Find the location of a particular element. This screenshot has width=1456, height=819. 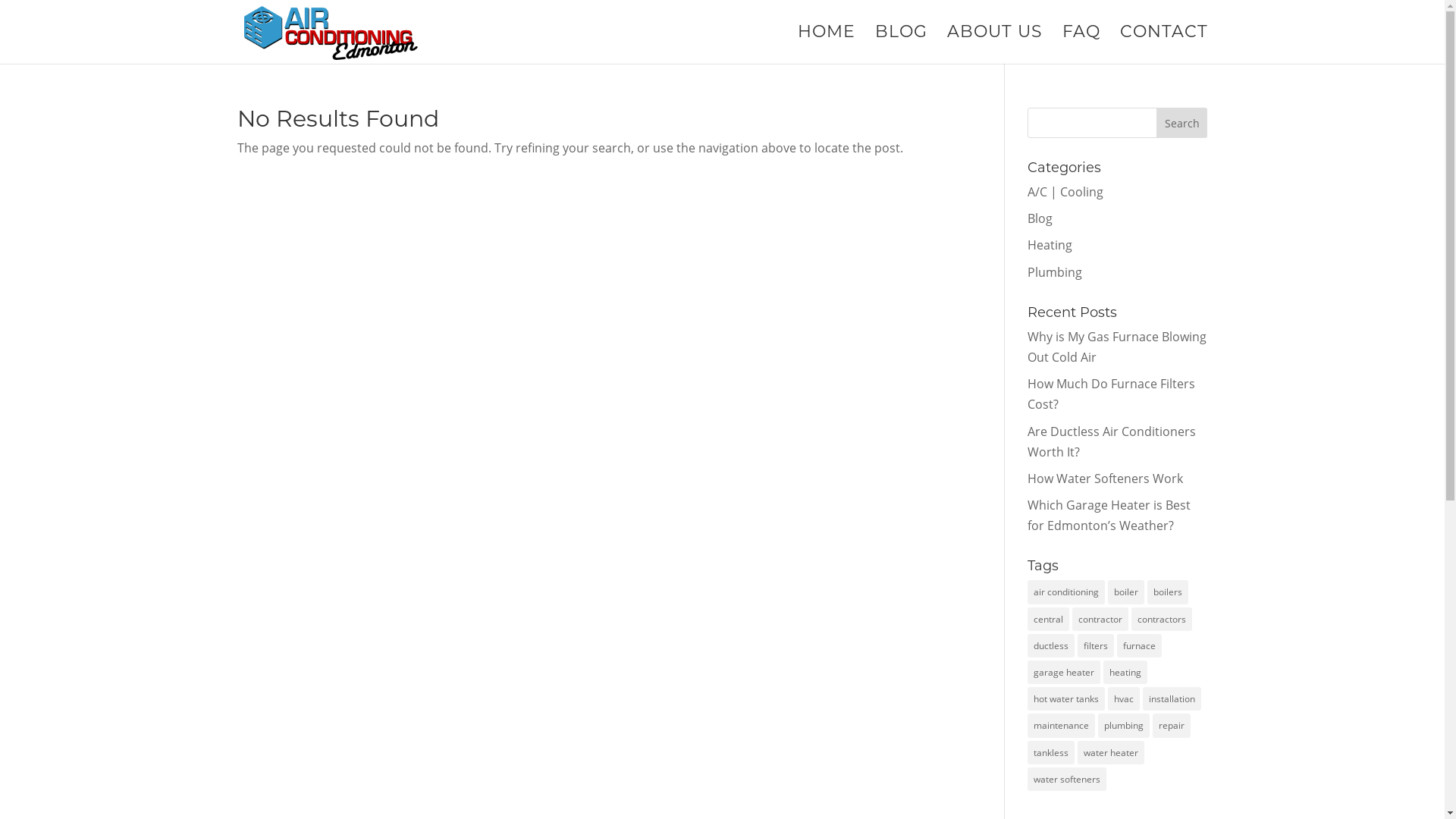

'A/C | Cooling' is located at coordinates (1027, 191).